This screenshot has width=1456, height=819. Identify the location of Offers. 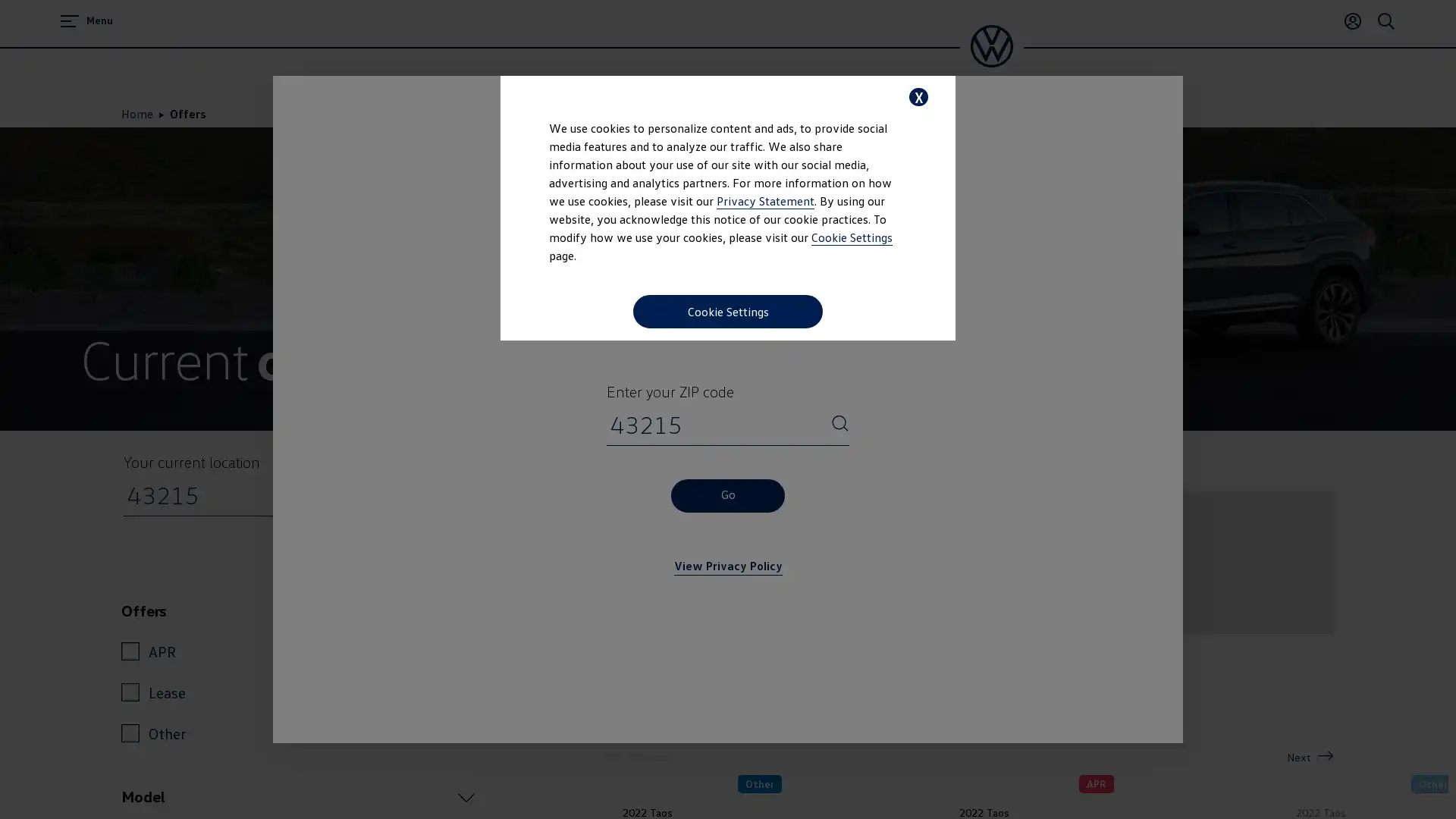
(298, 610).